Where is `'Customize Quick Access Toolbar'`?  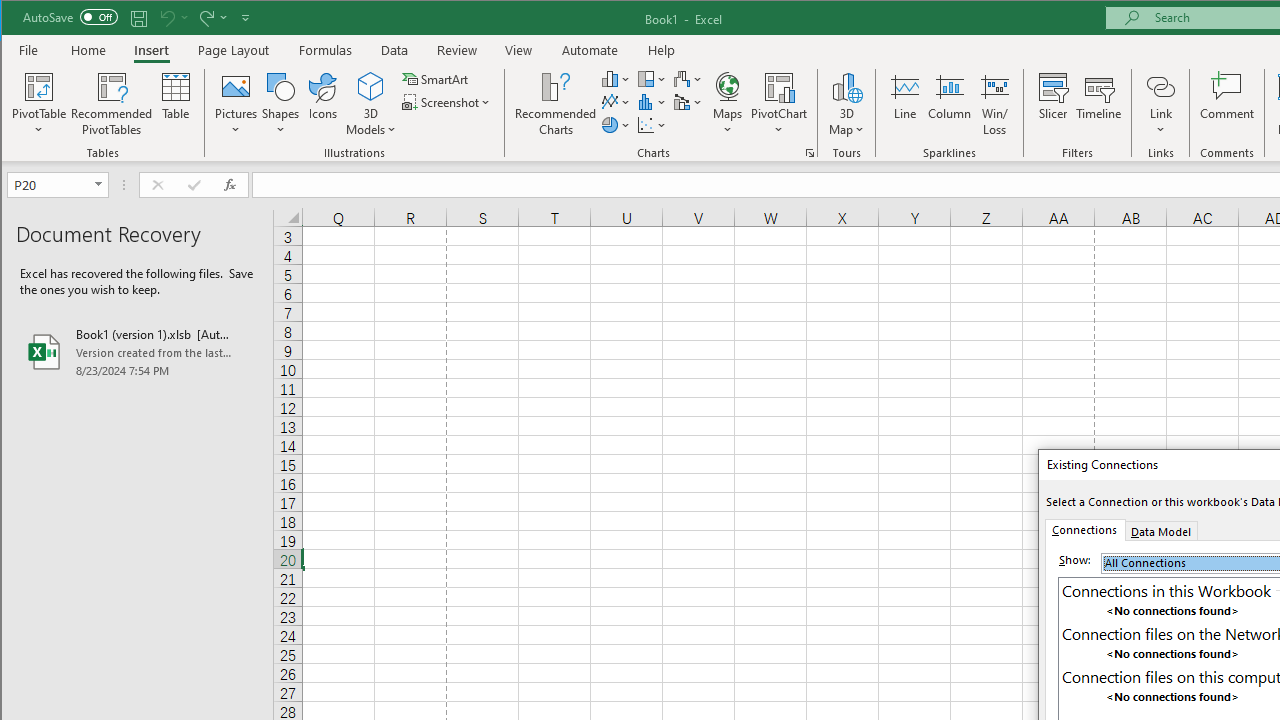 'Customize Quick Access Toolbar' is located at coordinates (244, 17).